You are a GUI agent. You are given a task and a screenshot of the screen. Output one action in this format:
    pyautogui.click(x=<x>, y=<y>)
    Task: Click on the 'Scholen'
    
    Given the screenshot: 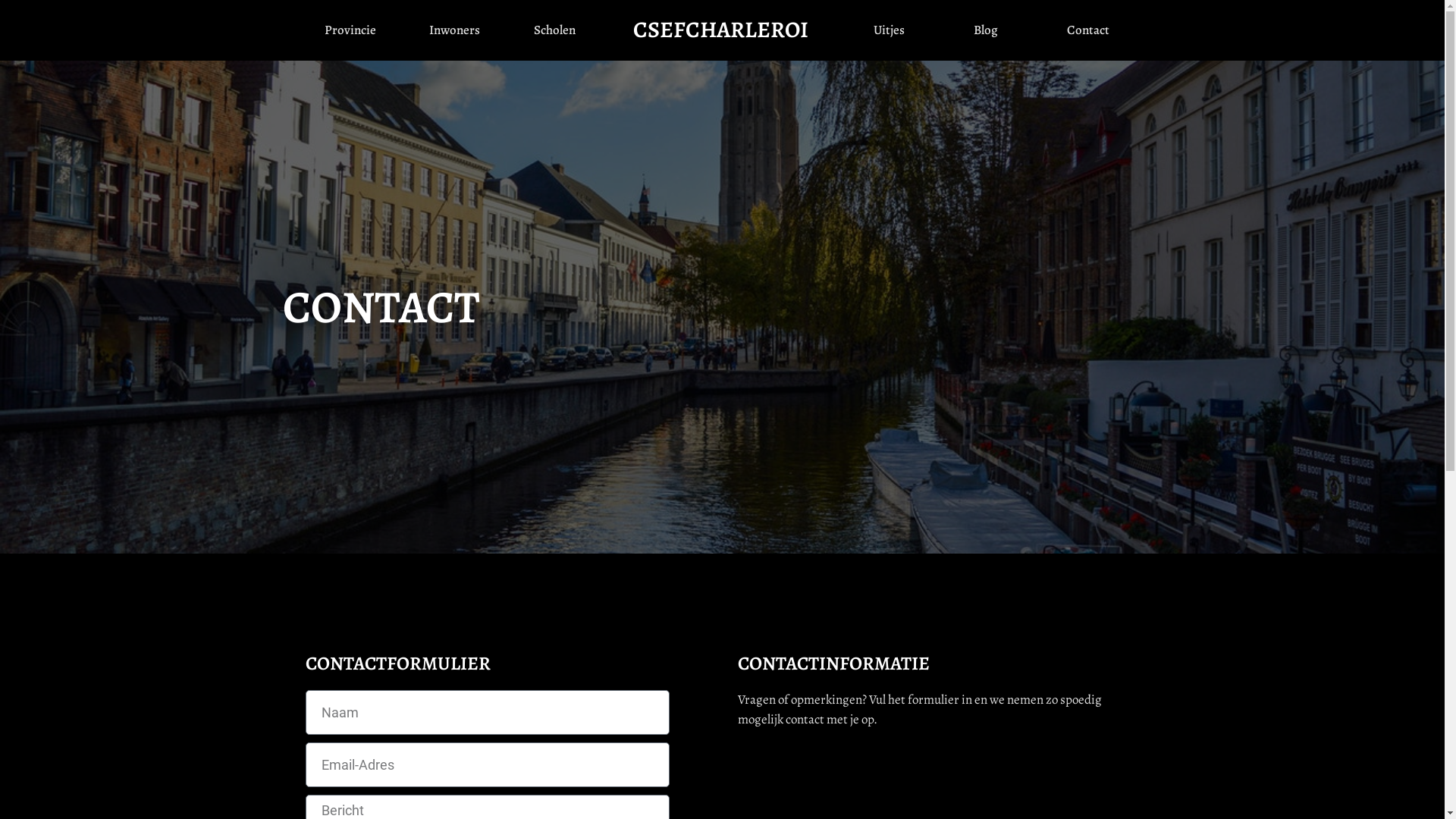 What is the action you would take?
    pyautogui.click(x=507, y=30)
    